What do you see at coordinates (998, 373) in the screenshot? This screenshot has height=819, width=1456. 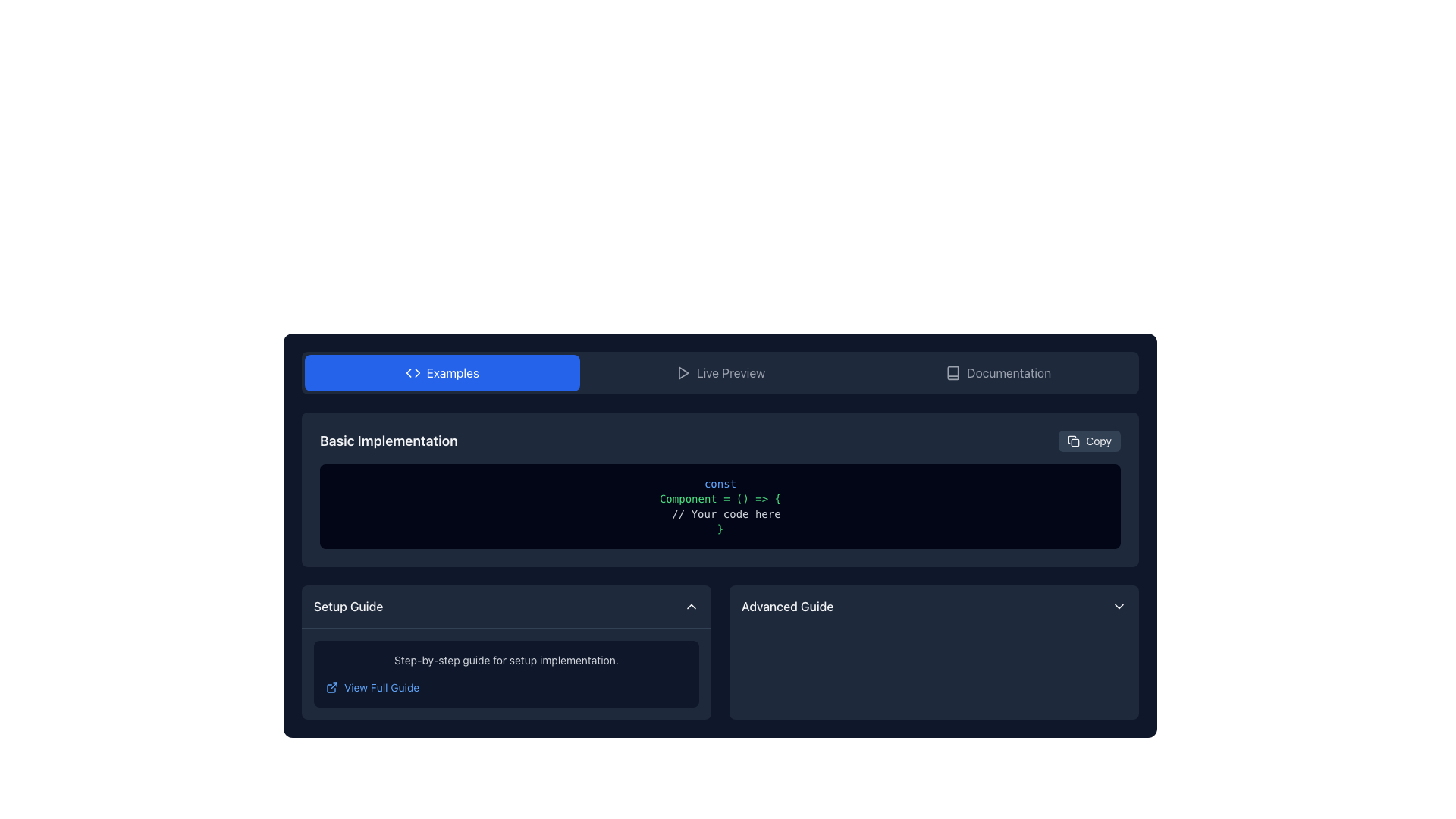 I see `the Documentation button located on the rightmost side within a horizontal group of three elements` at bounding box center [998, 373].